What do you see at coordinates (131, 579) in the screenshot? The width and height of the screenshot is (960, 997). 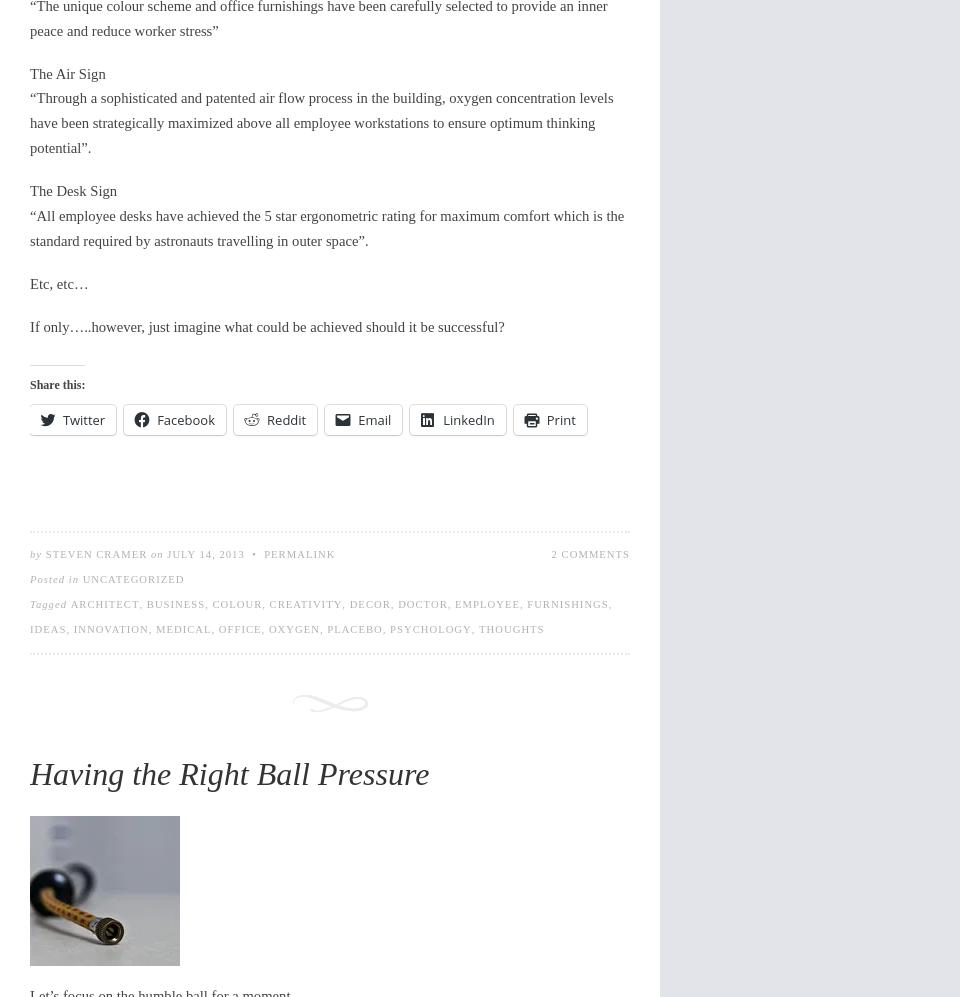 I see `'Uncategorized'` at bounding box center [131, 579].